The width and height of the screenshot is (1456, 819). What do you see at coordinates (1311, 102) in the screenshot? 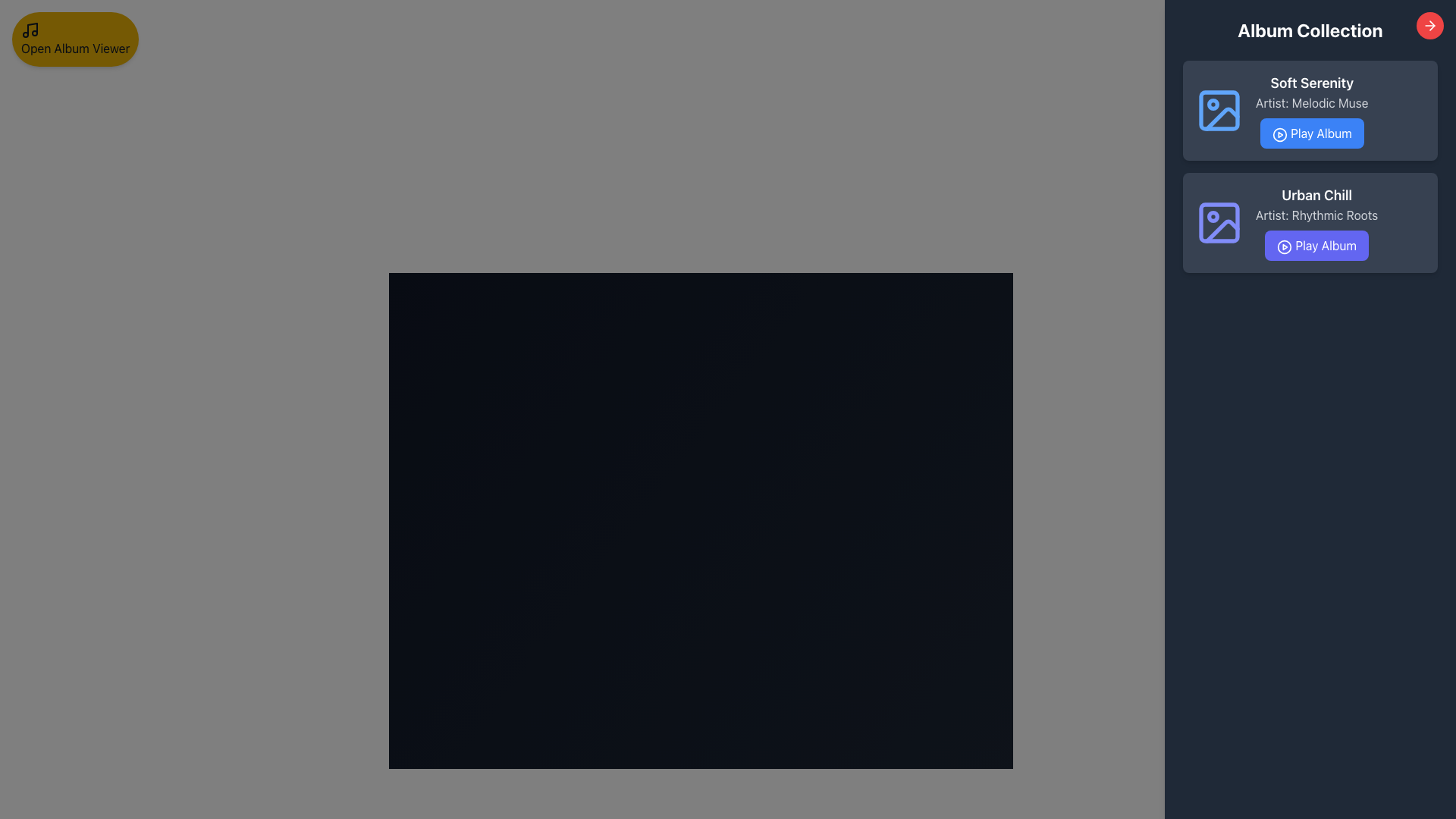
I see `the text label displaying 'Artist: Melodic Muse' located below the title 'Soft Serenity' in the first card of the right-hand panel under the header 'Album Collection'` at bounding box center [1311, 102].